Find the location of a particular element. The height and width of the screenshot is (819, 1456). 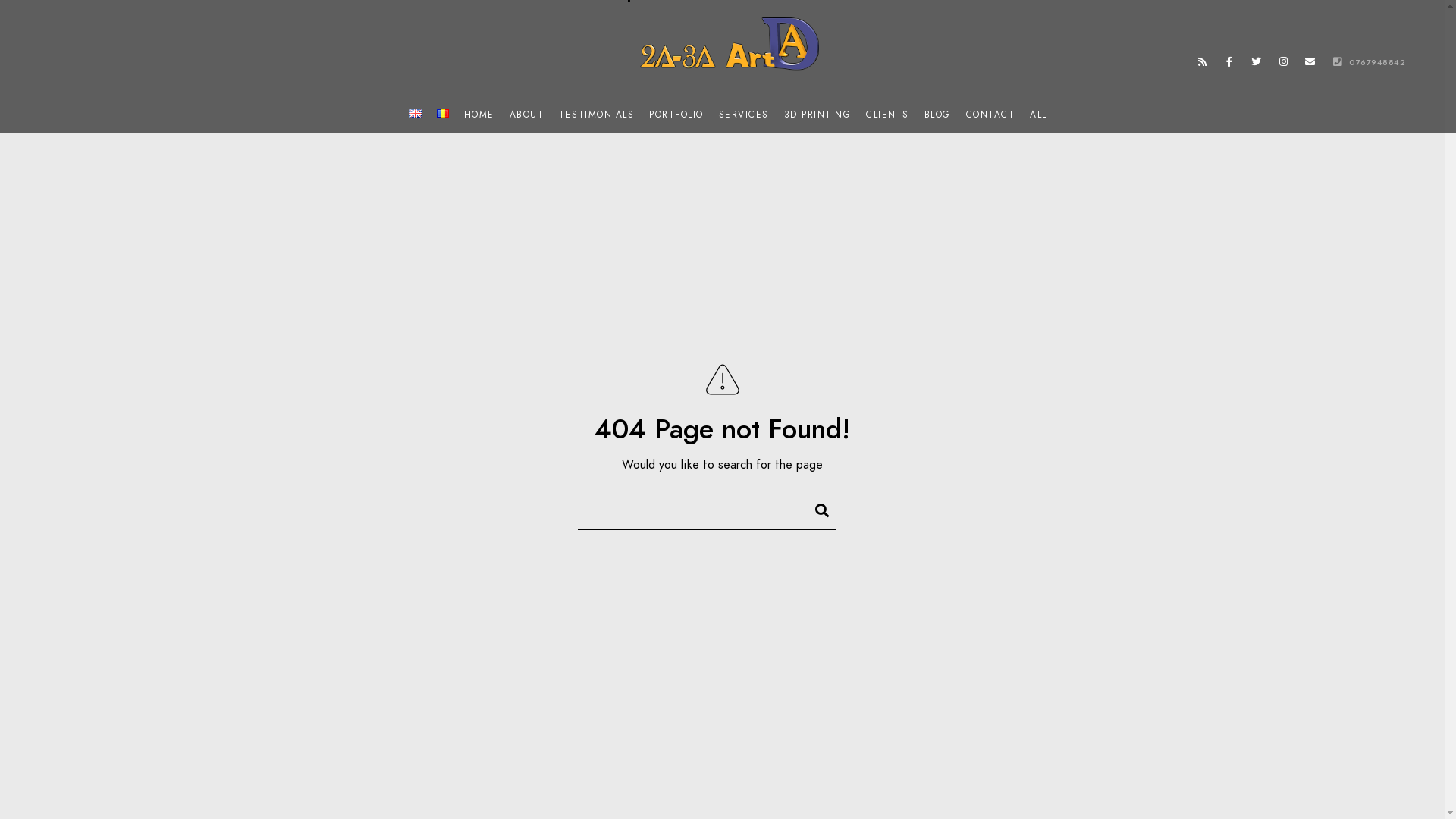

'CONTACT' is located at coordinates (990, 113).